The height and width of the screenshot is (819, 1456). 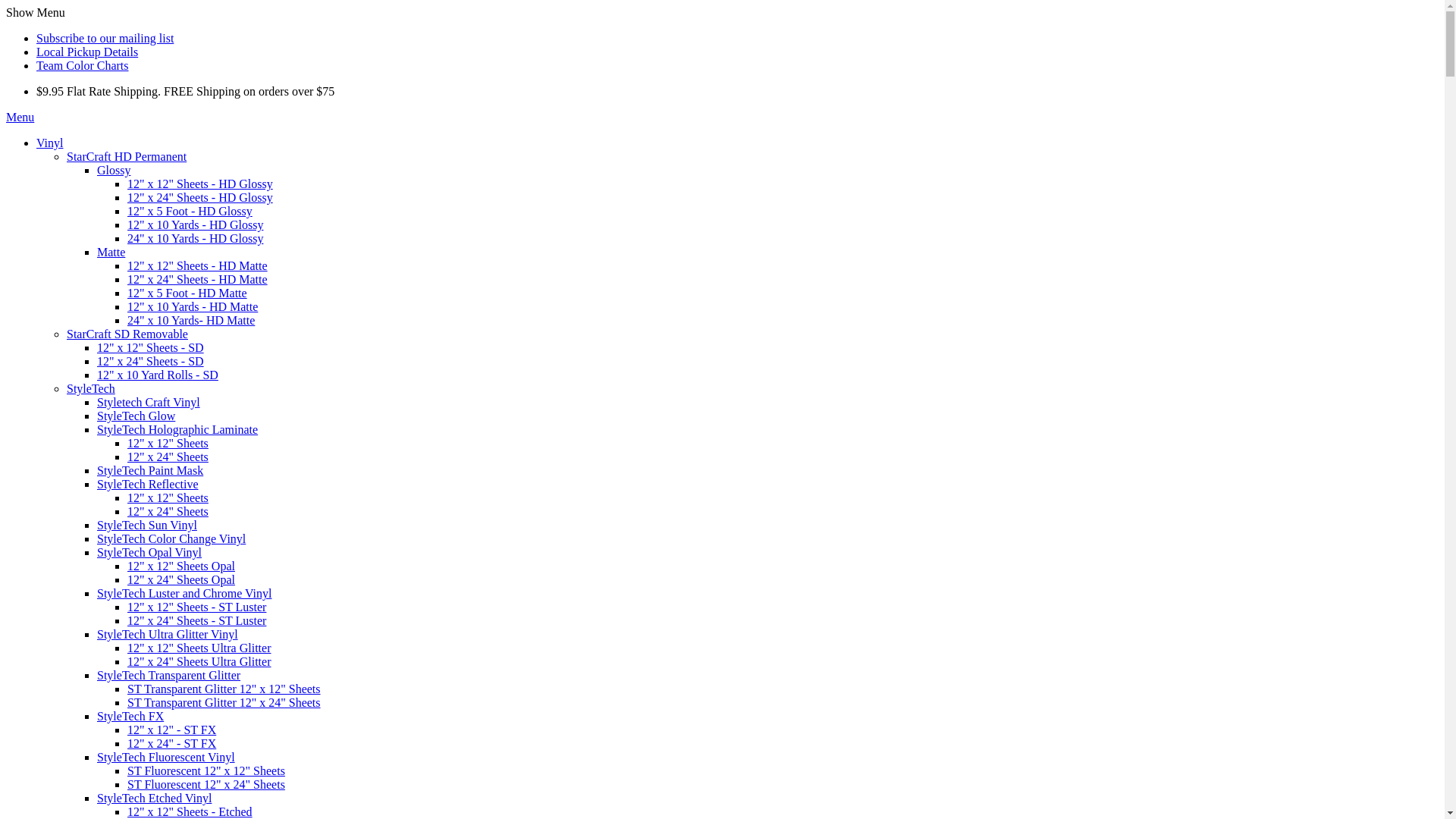 I want to click on '12" x 24" Sheets - SD', so click(x=150, y=361).